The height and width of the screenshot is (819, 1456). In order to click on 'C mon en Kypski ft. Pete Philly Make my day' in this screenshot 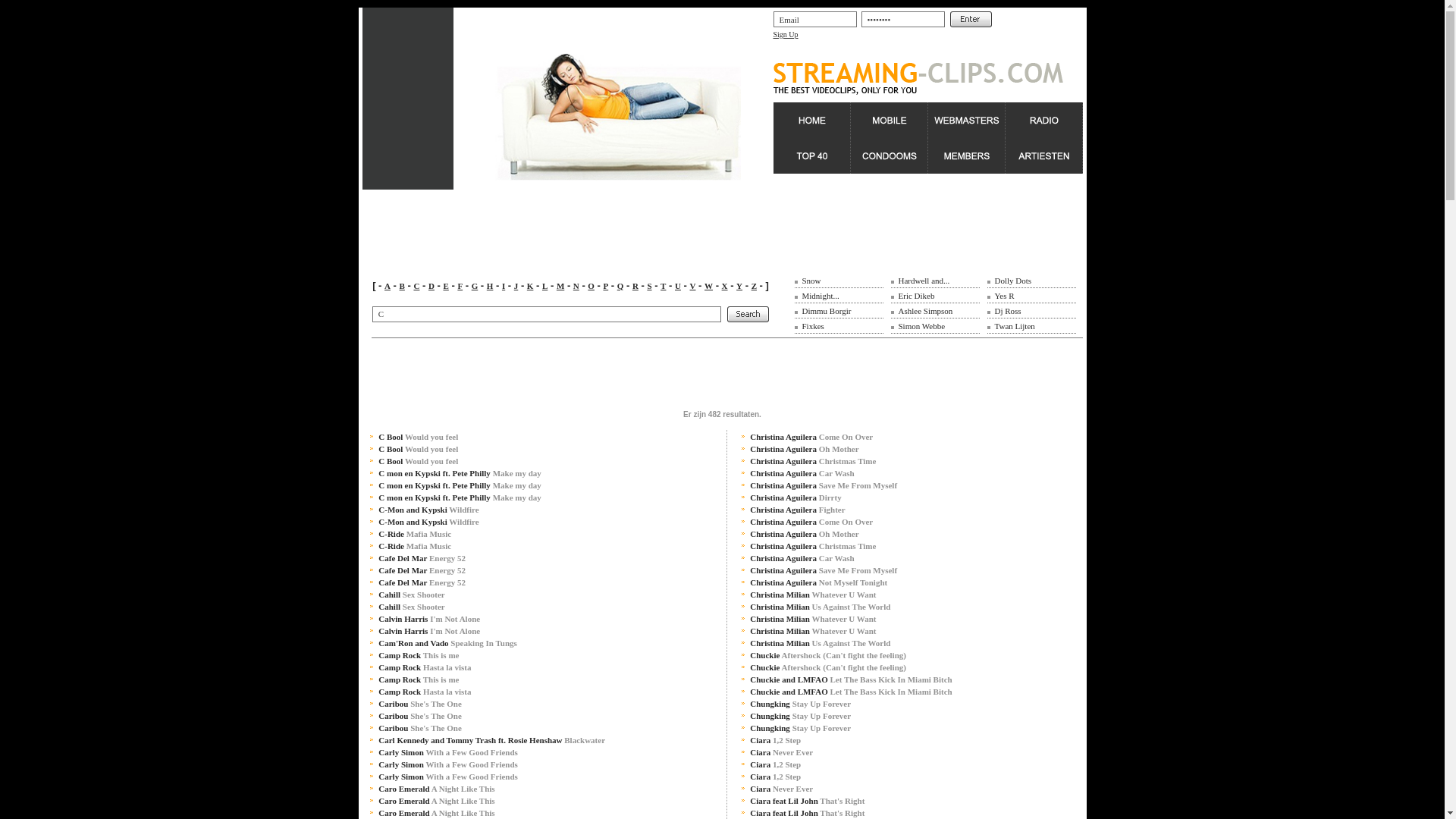, I will do `click(378, 485)`.